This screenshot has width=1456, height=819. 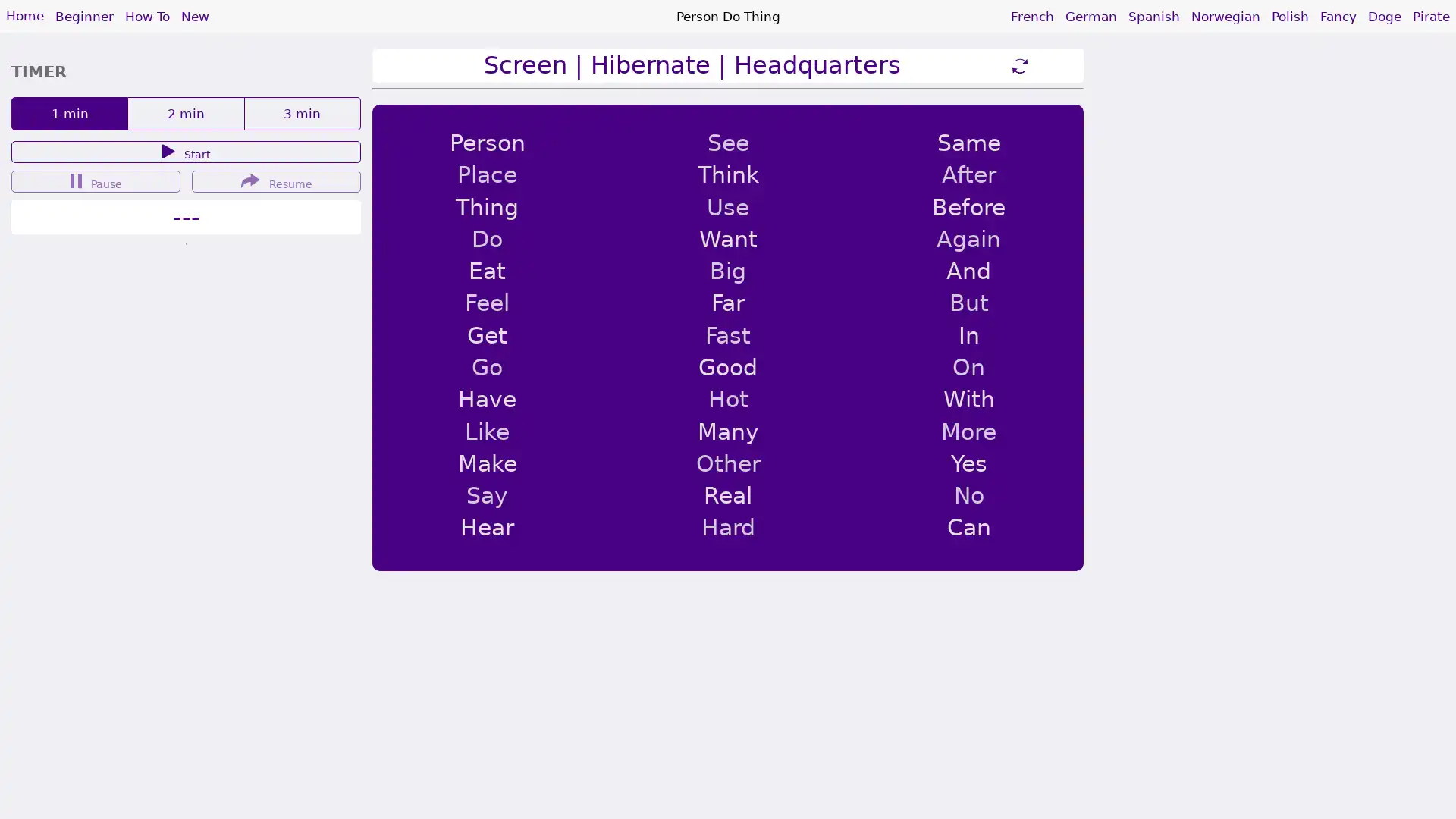 I want to click on 1 min, so click(x=68, y=113).